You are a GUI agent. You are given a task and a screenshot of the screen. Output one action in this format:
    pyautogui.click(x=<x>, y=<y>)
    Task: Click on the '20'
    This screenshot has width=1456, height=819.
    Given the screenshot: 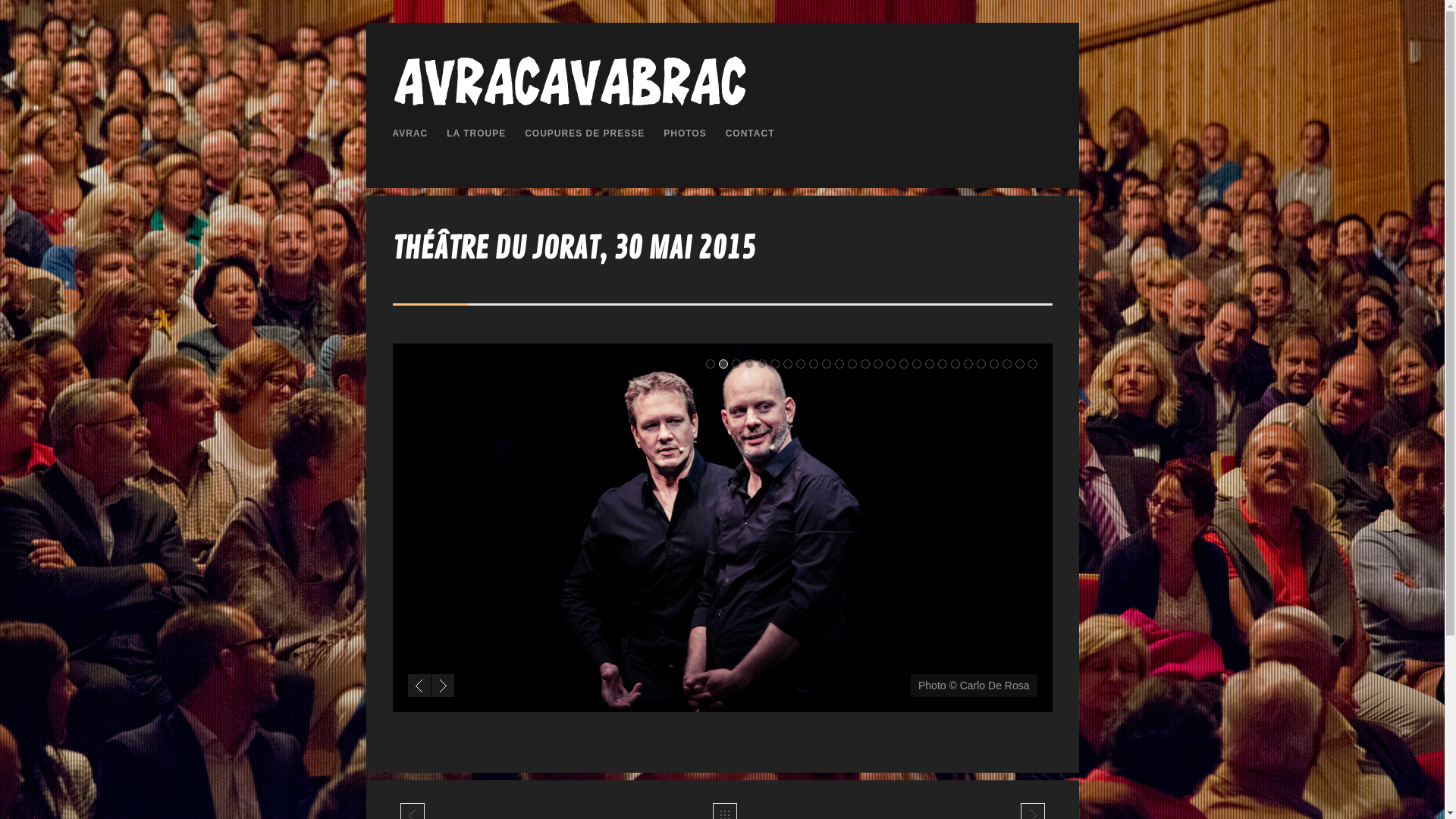 What is the action you would take?
    pyautogui.click(x=954, y=363)
    